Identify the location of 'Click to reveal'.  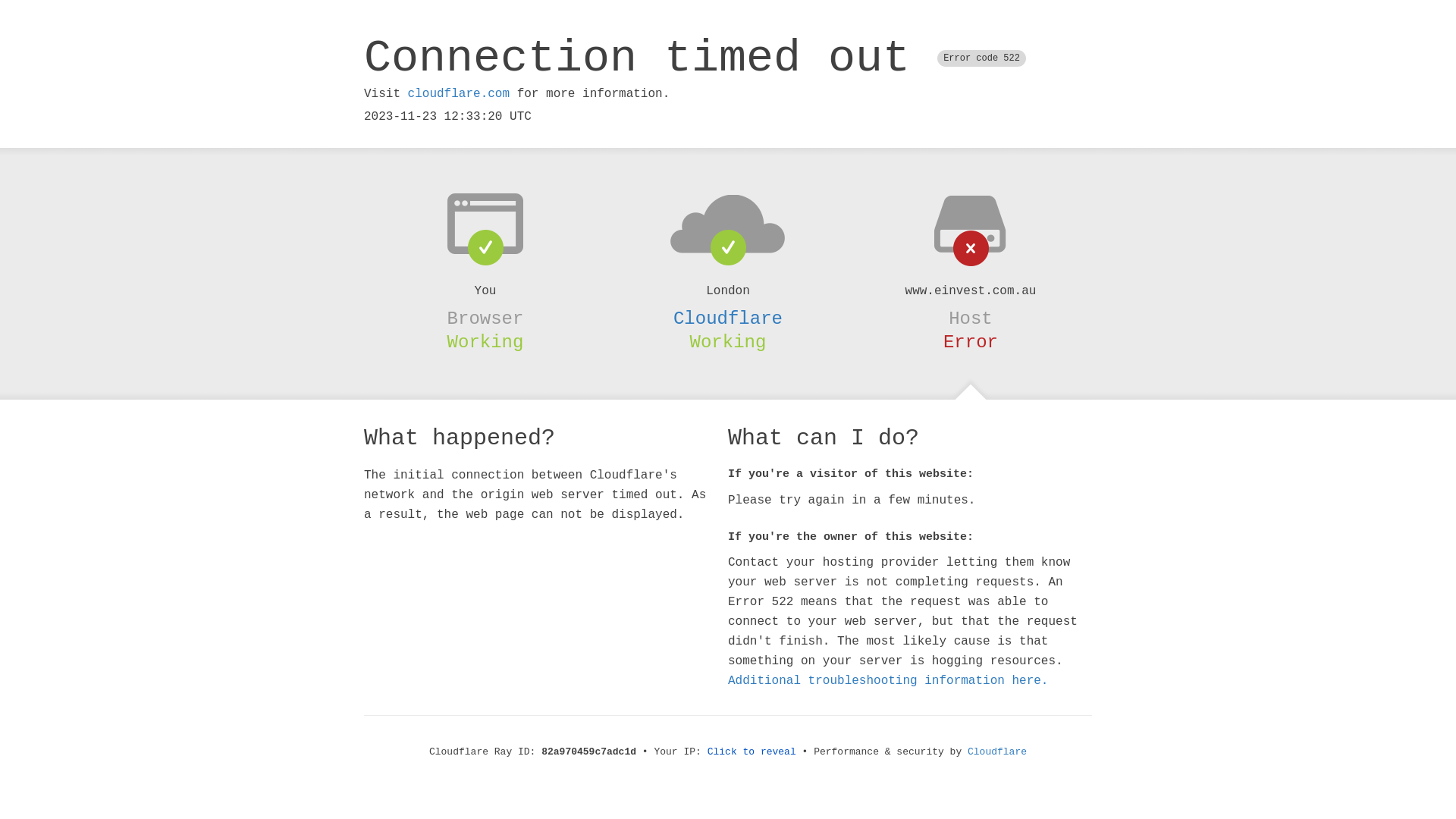
(752, 752).